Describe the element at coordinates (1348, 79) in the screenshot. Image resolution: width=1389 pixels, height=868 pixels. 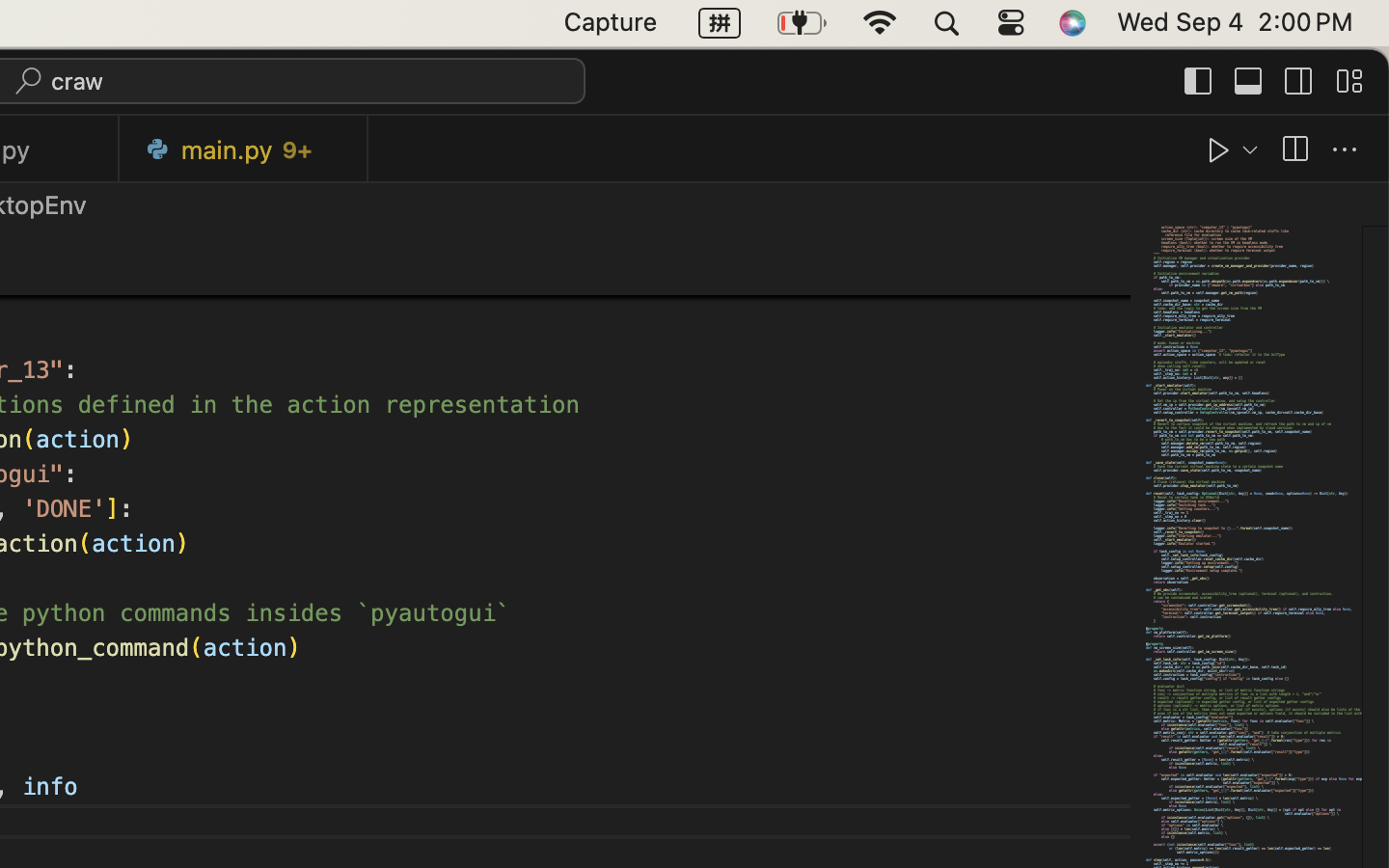
I see `''` at that location.